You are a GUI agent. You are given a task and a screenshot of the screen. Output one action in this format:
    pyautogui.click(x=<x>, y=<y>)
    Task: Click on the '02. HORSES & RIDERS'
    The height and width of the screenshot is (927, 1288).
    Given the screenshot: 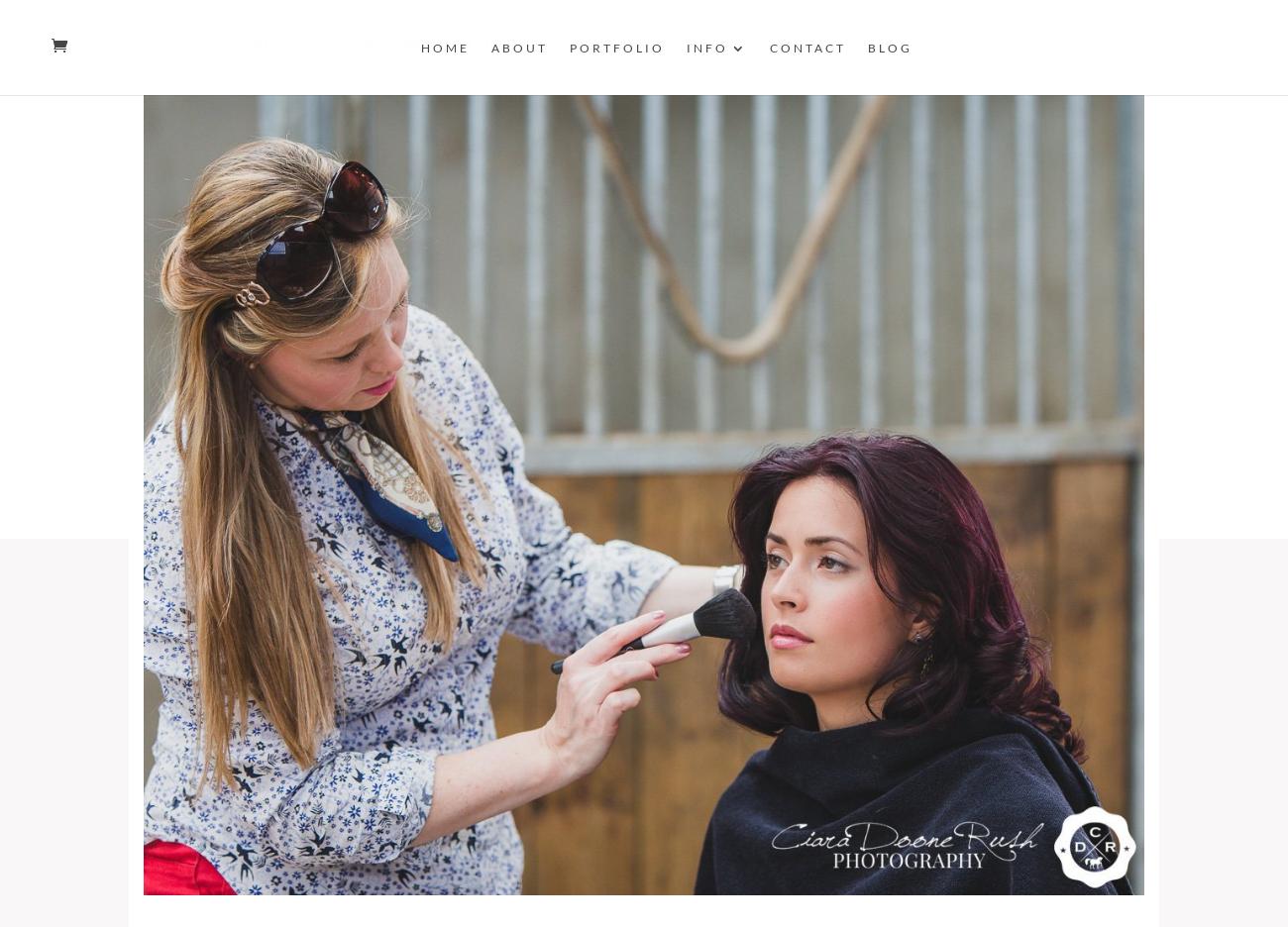 What is the action you would take?
    pyautogui.click(x=451, y=44)
    